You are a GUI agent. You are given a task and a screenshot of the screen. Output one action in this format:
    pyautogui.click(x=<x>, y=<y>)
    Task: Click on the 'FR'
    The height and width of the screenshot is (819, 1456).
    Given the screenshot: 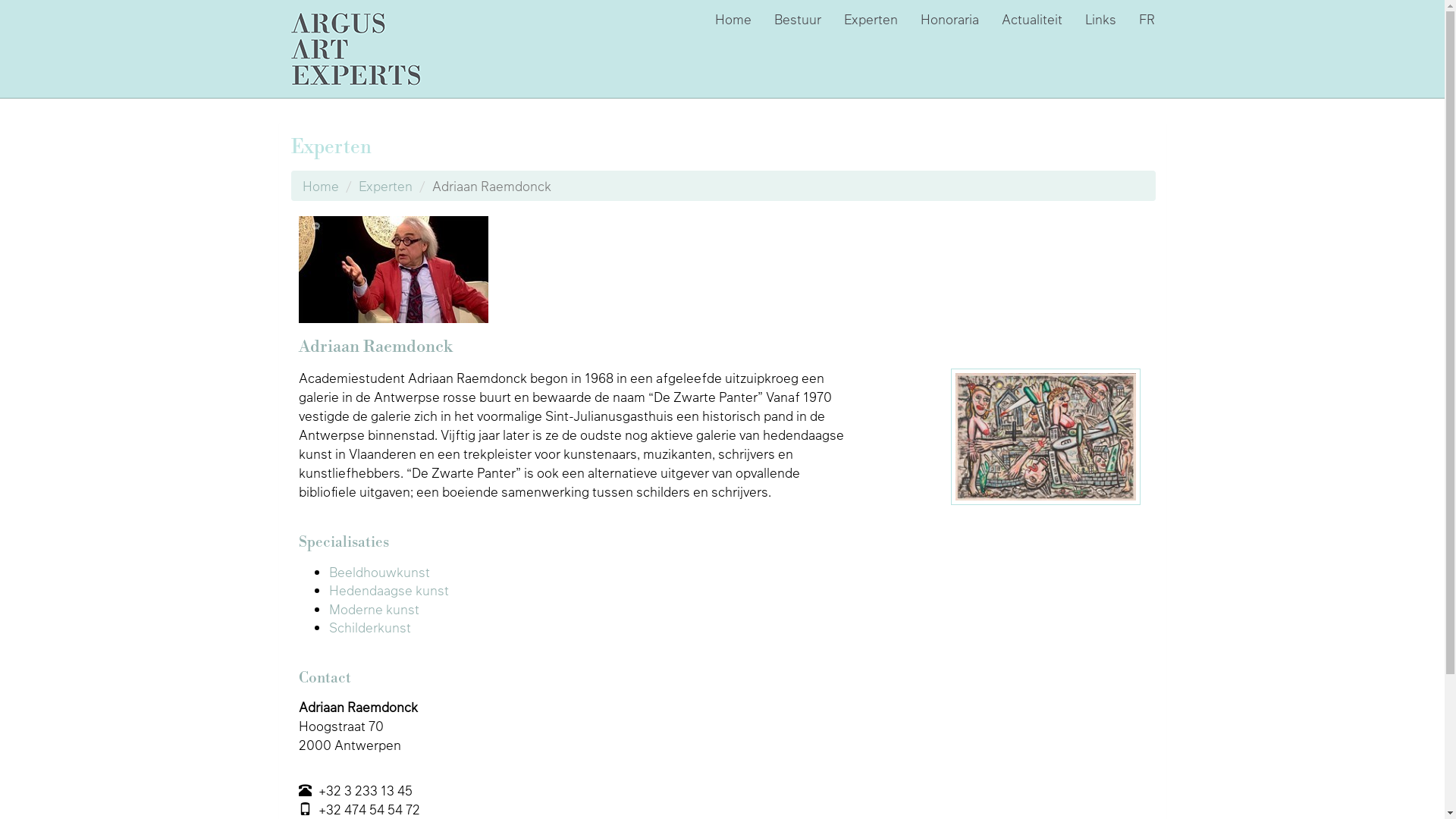 What is the action you would take?
    pyautogui.click(x=1146, y=18)
    